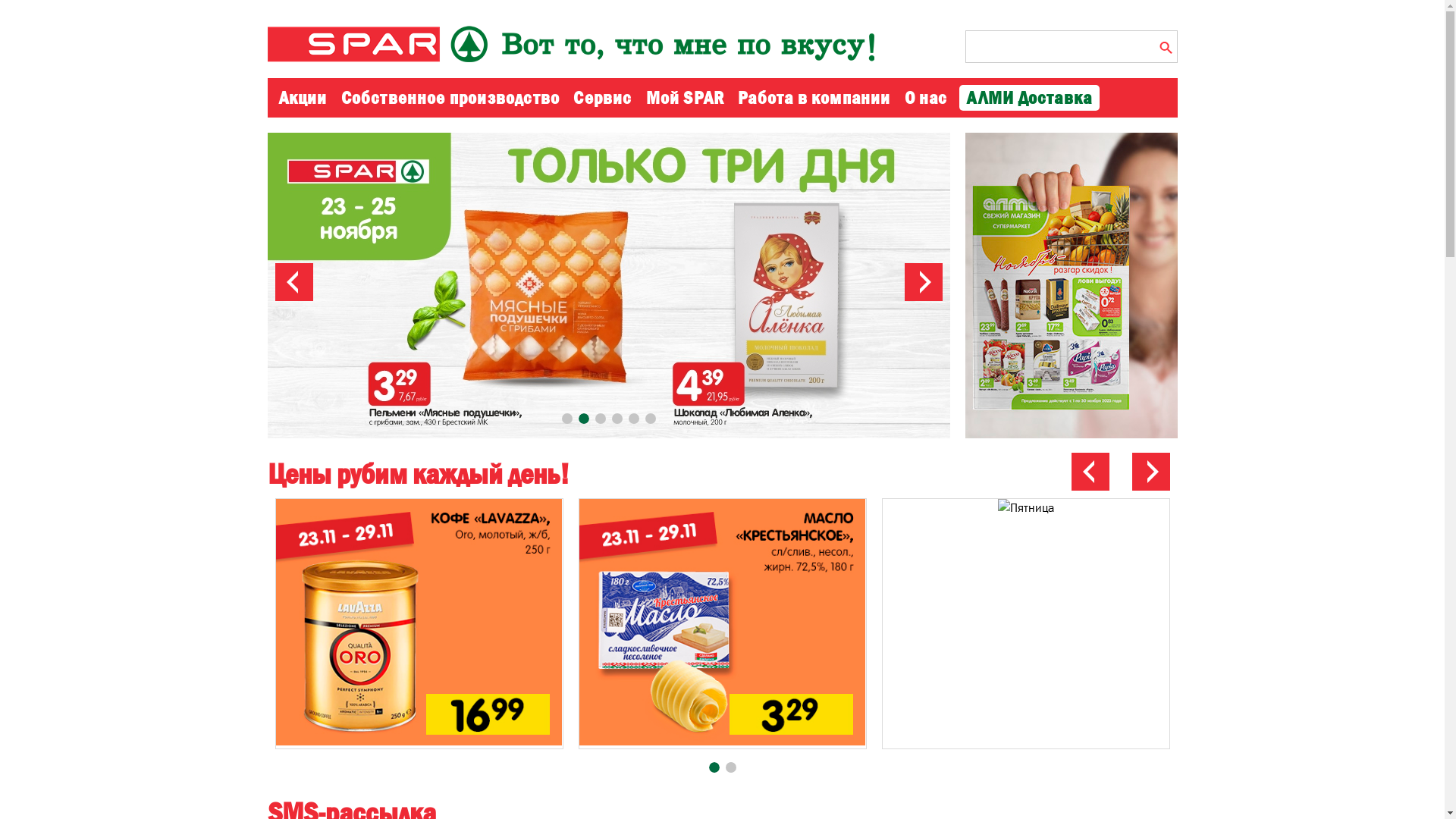 This screenshot has width=1456, height=819. Describe the element at coordinates (628, 418) in the screenshot. I see `'5'` at that location.